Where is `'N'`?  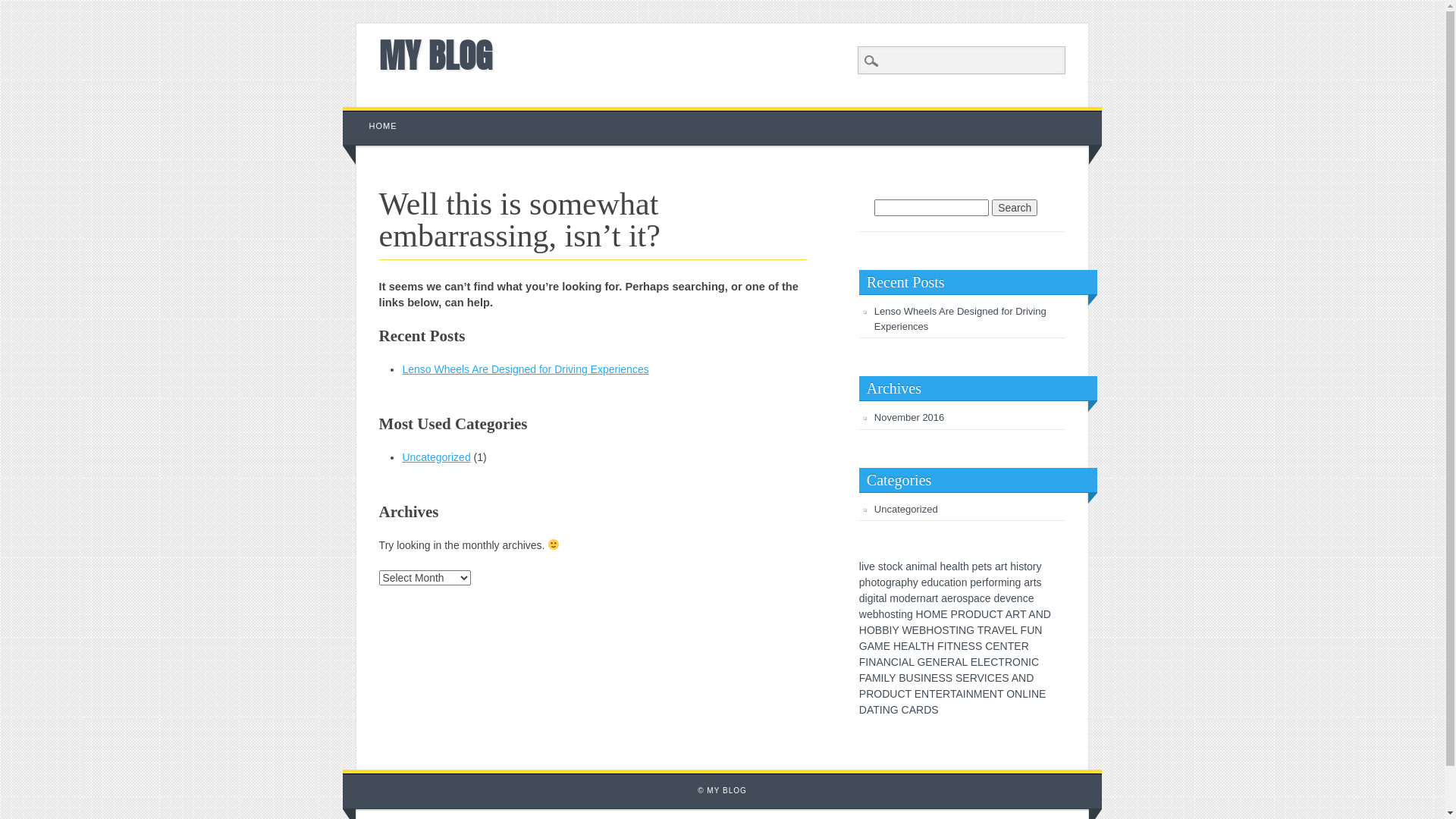 'N' is located at coordinates (1034, 693).